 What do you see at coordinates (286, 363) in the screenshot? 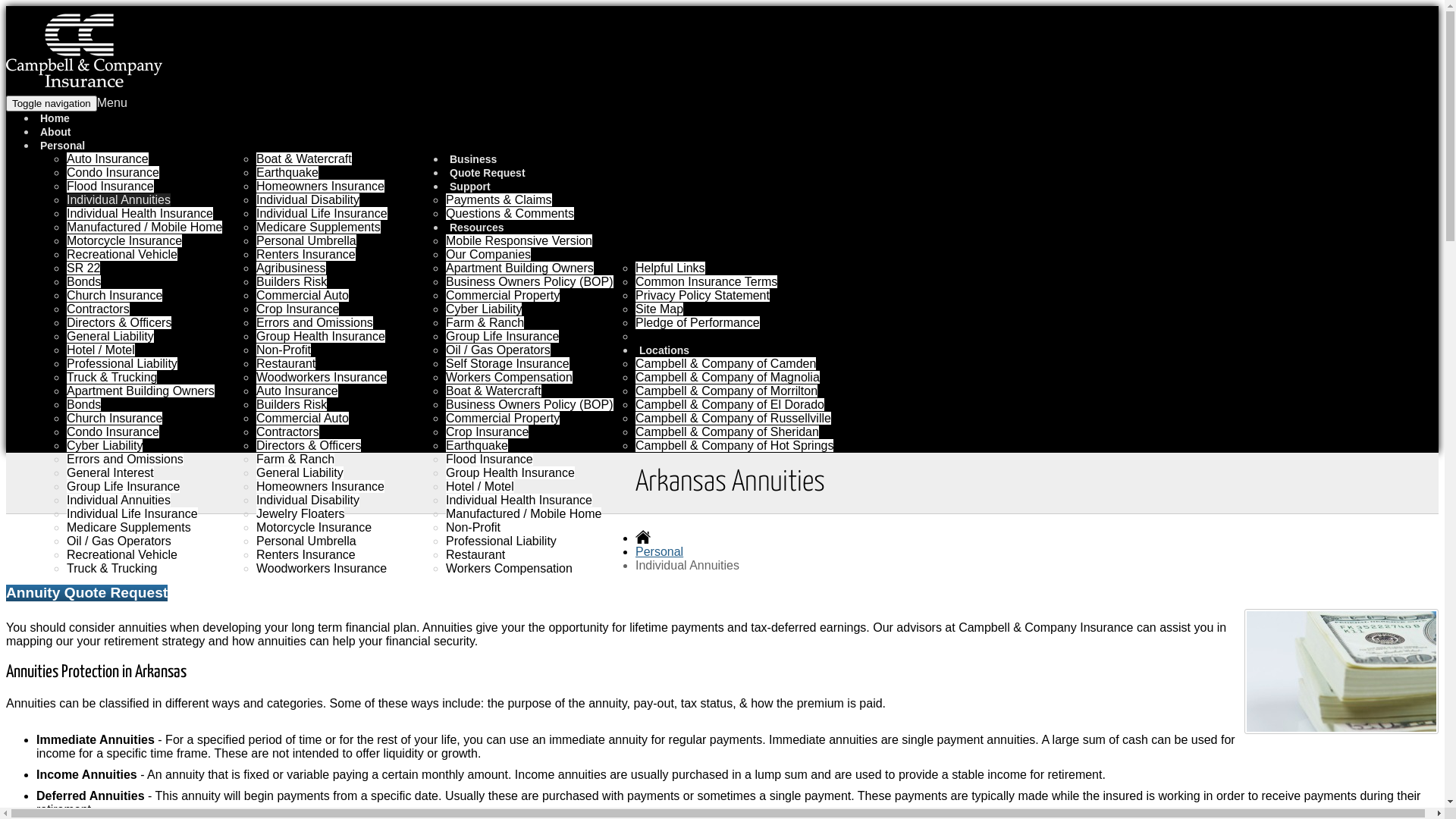
I see `'Restaurant'` at bounding box center [286, 363].